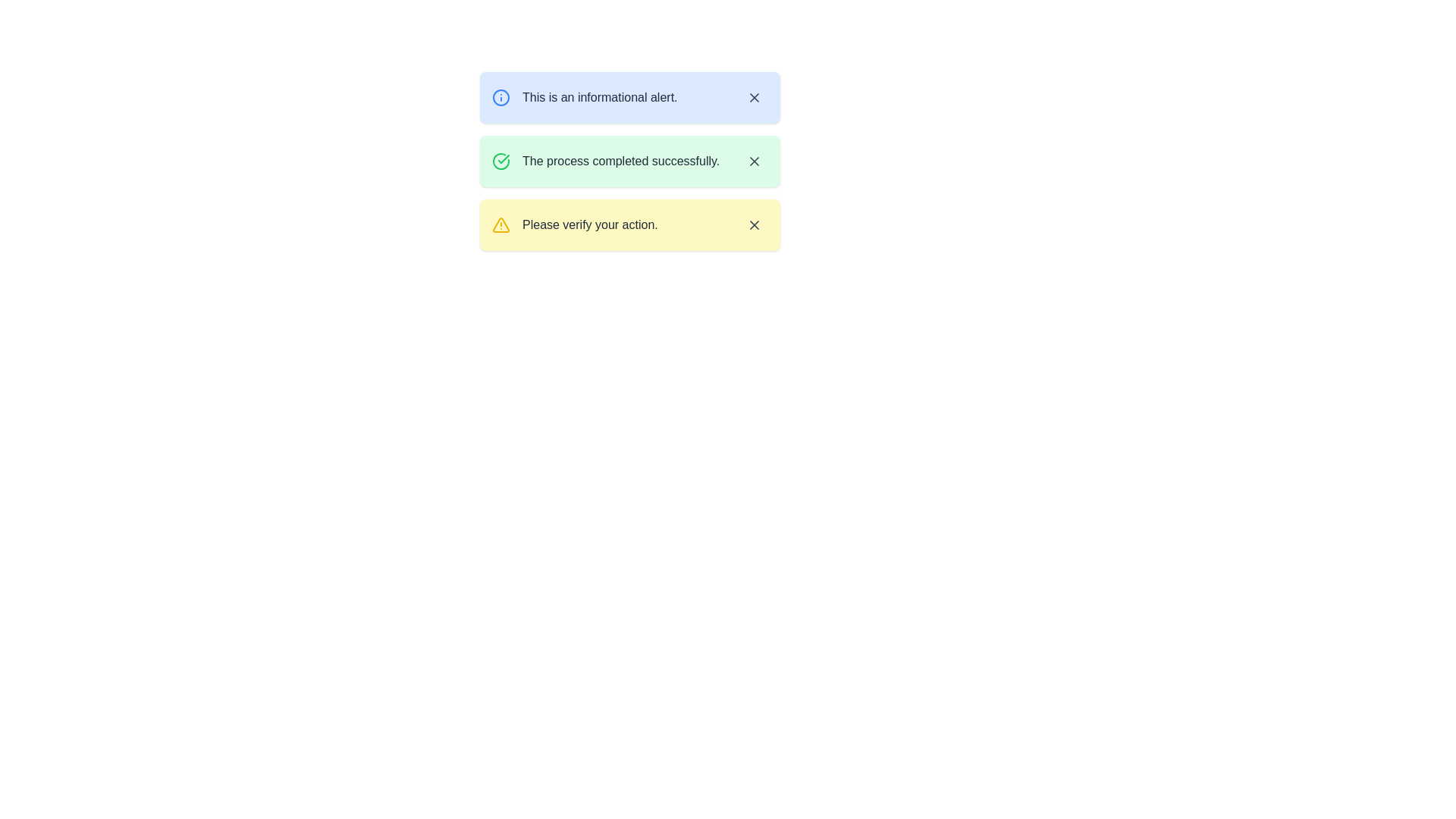  Describe the element at coordinates (754, 161) in the screenshot. I see `the dismiss icon resembling a diagonal cross located in the green notification box stating 'The process completed successfully.'` at that location.